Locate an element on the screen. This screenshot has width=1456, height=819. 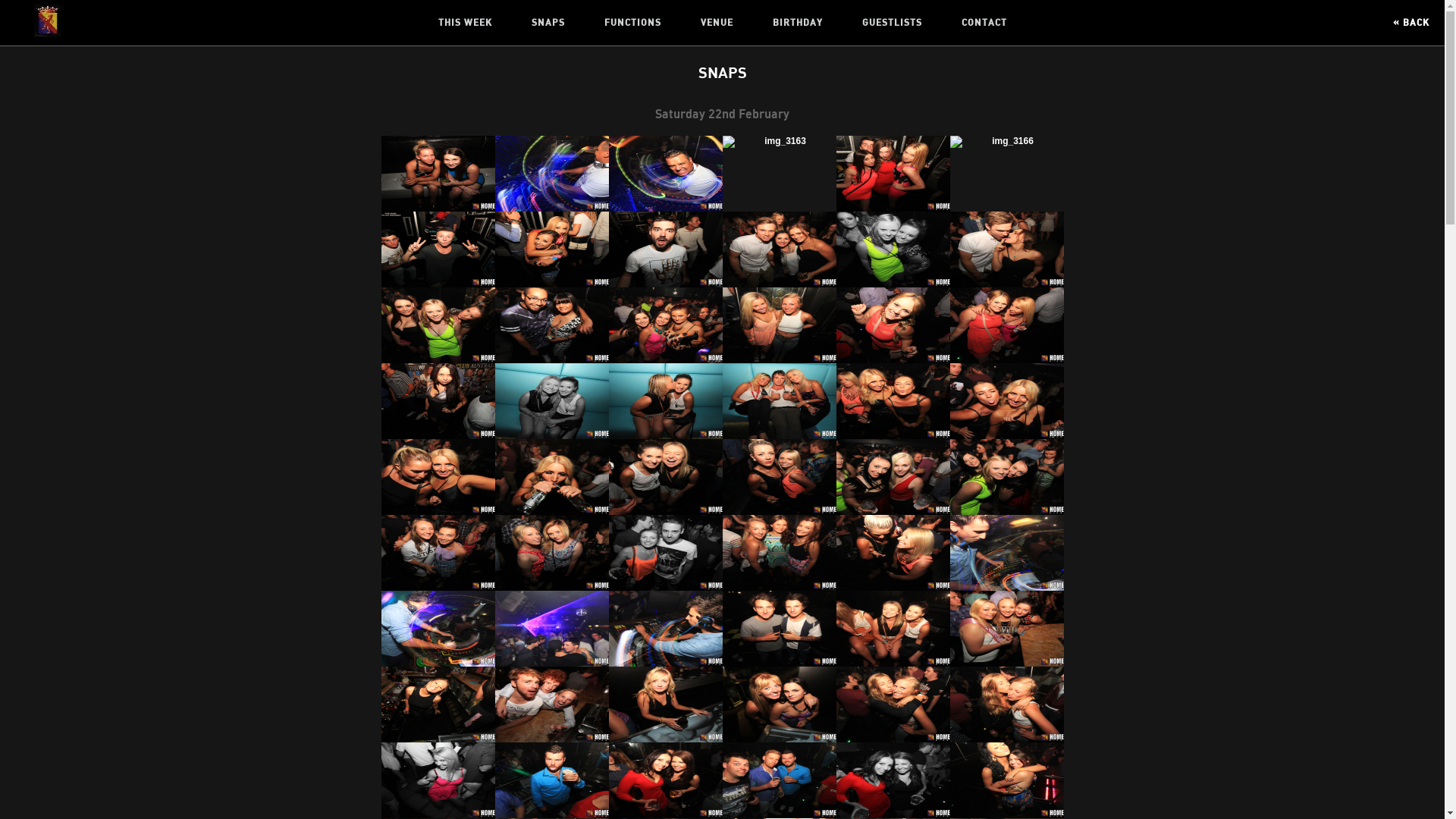
' ' is located at coordinates (720, 553).